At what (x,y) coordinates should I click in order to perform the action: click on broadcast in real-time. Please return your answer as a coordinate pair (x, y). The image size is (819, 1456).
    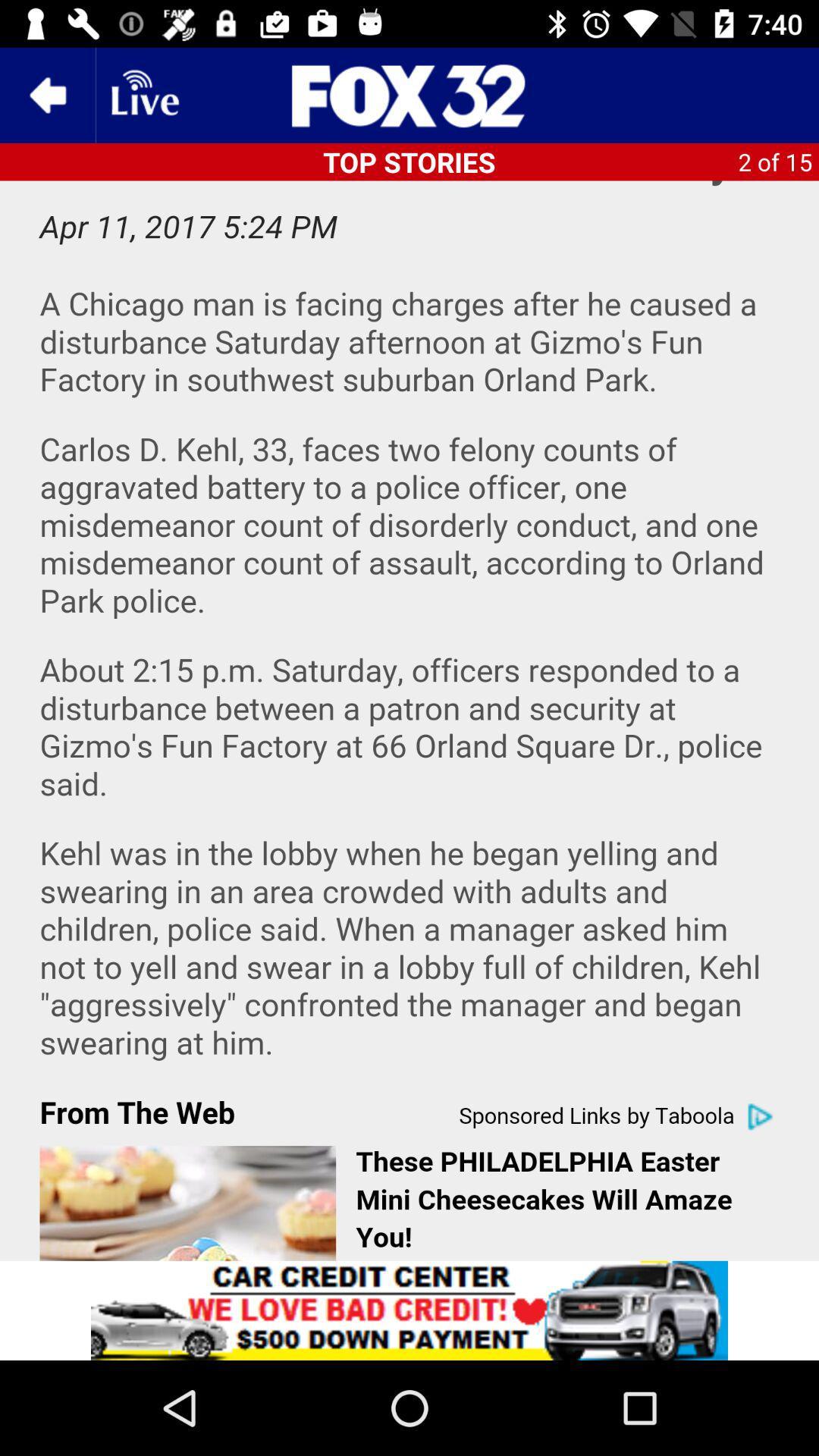
    Looking at the image, I should click on (143, 94).